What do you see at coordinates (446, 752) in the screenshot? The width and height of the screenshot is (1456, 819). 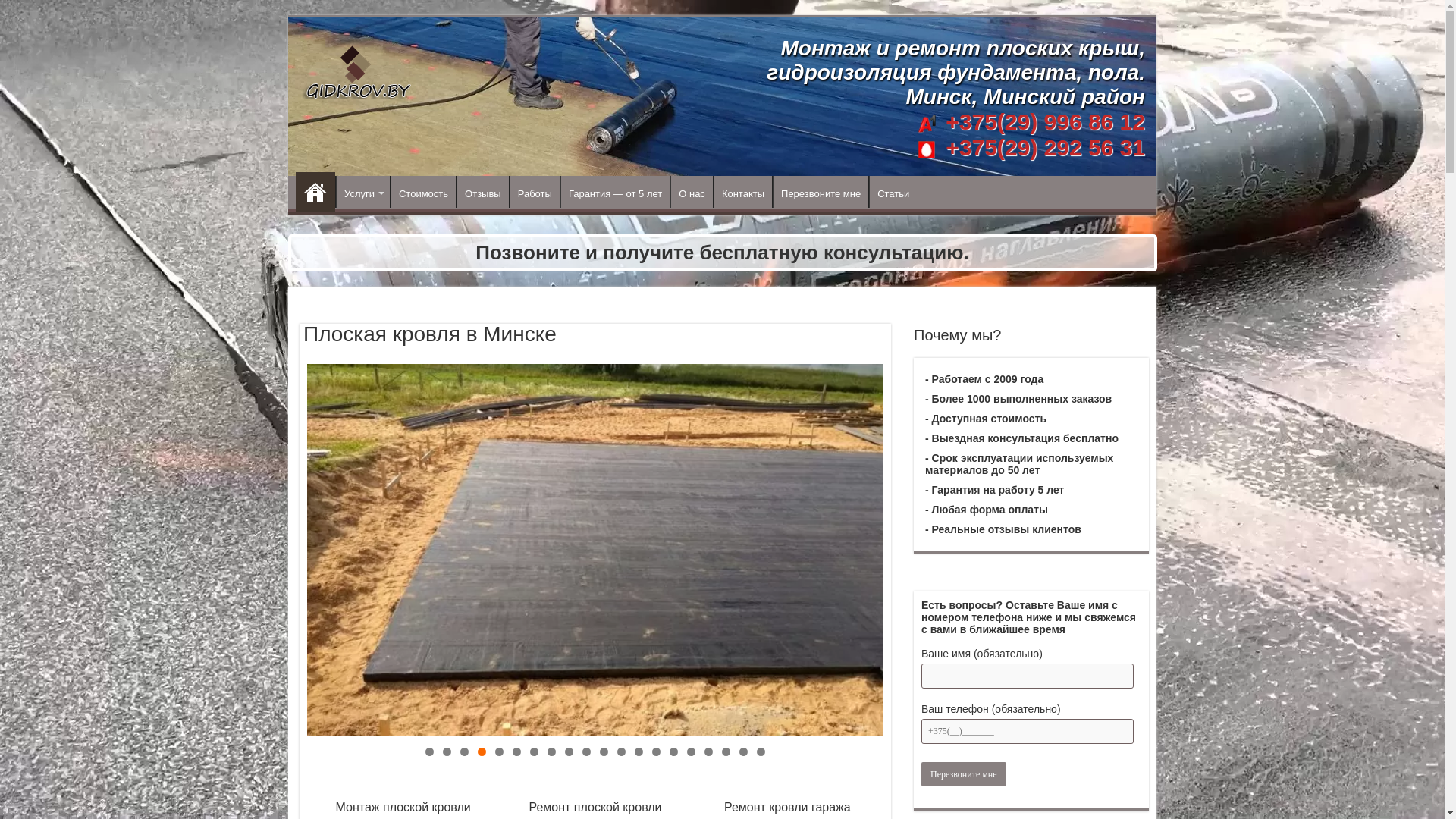 I see `'2'` at bounding box center [446, 752].